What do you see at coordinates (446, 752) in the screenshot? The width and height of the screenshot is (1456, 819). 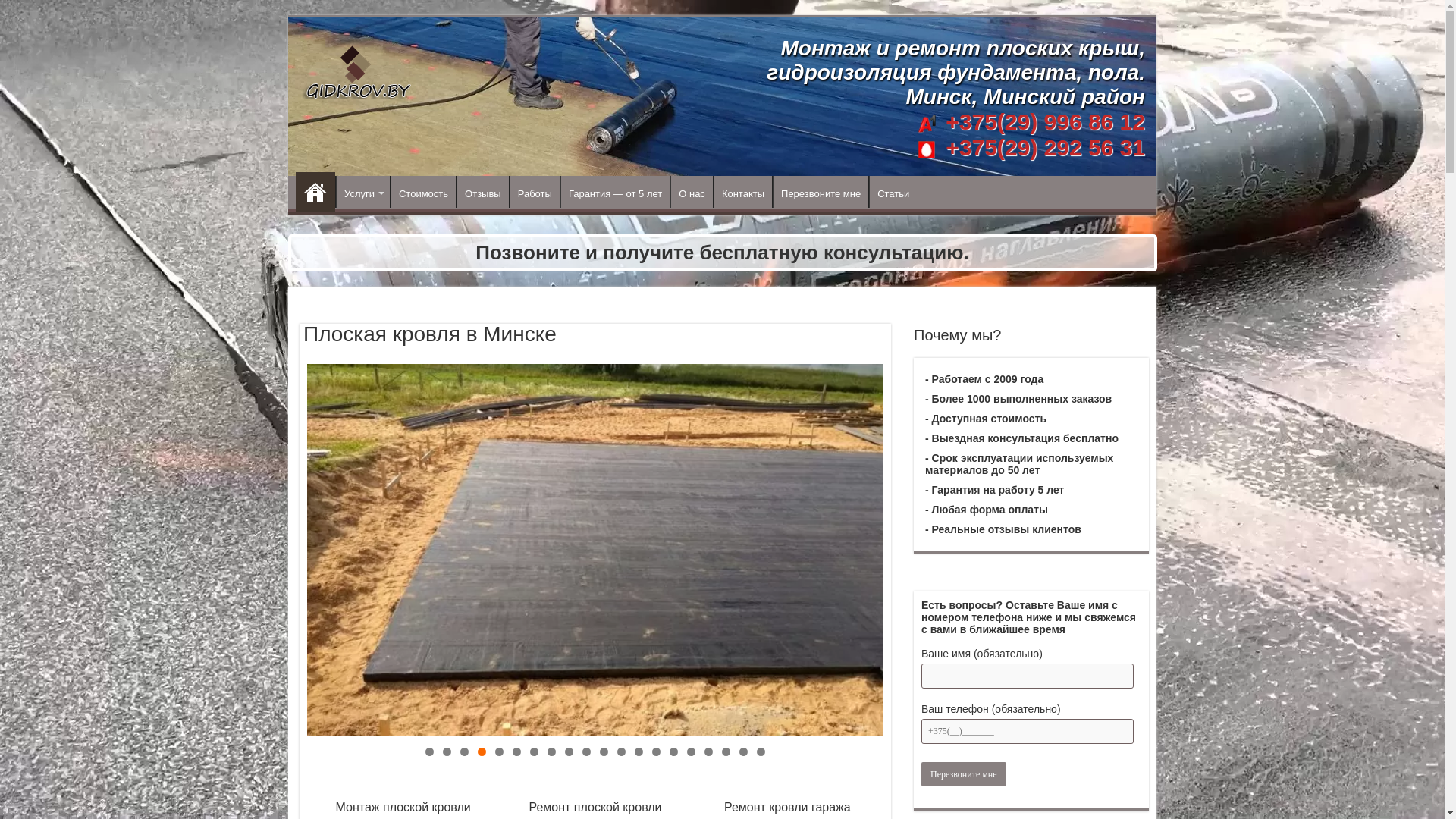 I see `'2'` at bounding box center [446, 752].